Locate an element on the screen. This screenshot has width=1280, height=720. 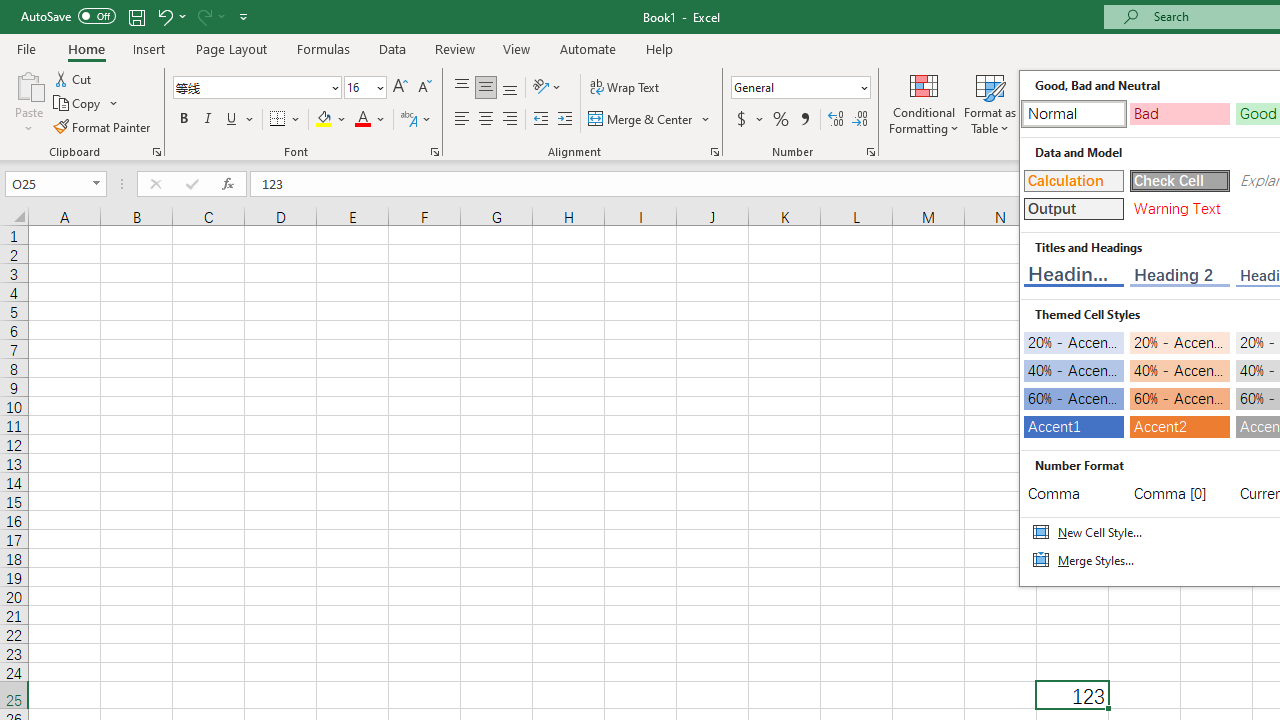
'Fill Color RGB(255, 255, 0)' is located at coordinates (324, 119).